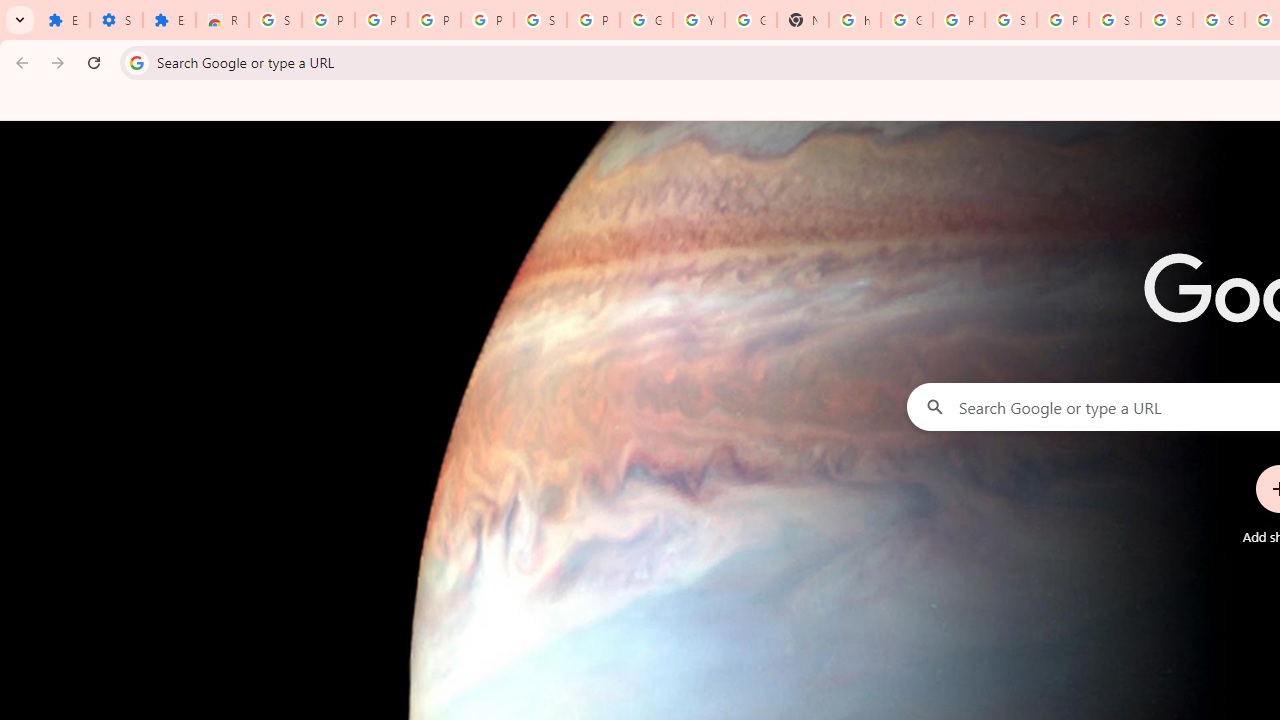 Image resolution: width=1280 pixels, height=720 pixels. What do you see at coordinates (803, 20) in the screenshot?
I see `'New Tab'` at bounding box center [803, 20].